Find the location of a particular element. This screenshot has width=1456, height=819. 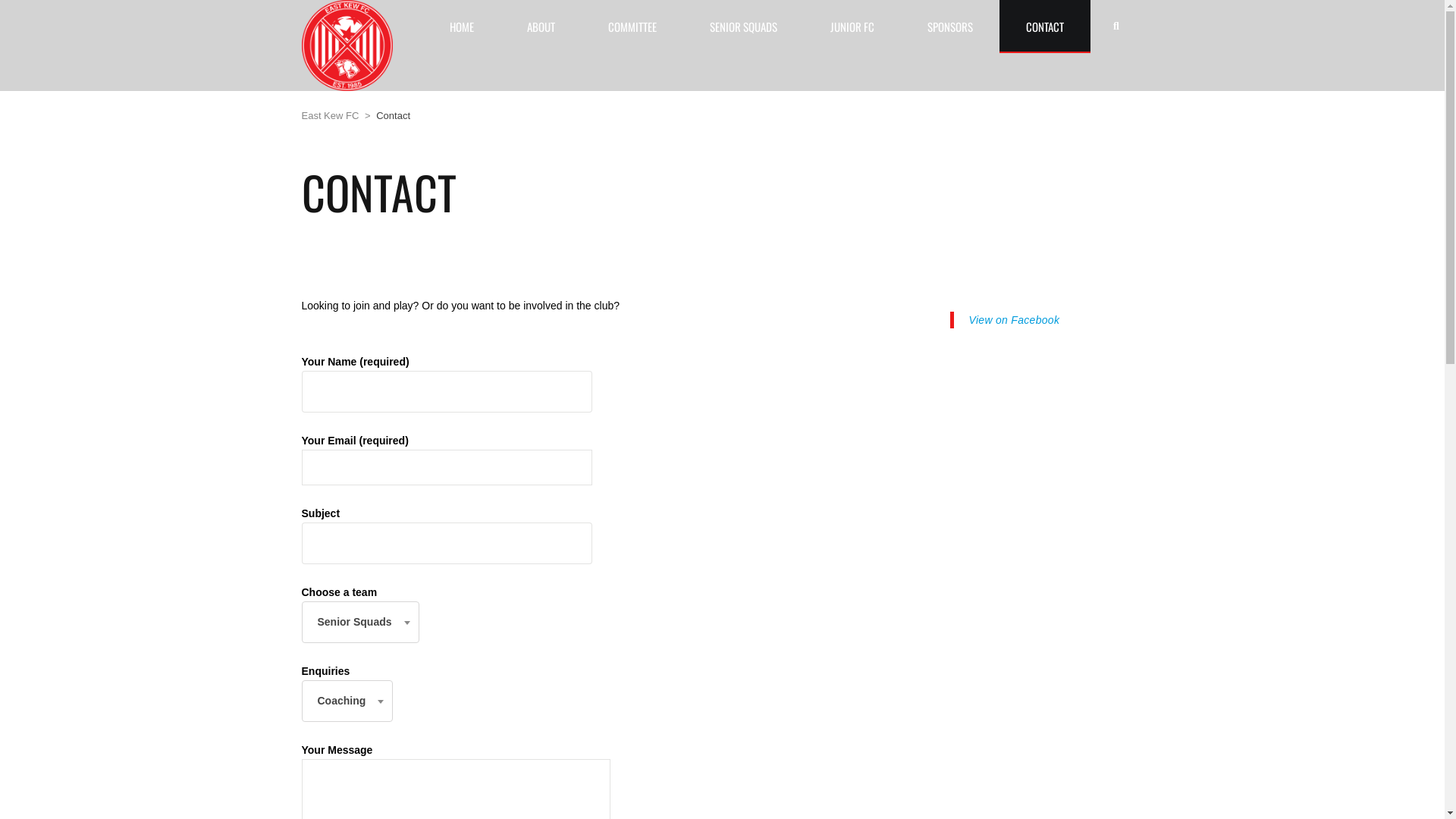

'COMMITTEE' is located at coordinates (632, 26).